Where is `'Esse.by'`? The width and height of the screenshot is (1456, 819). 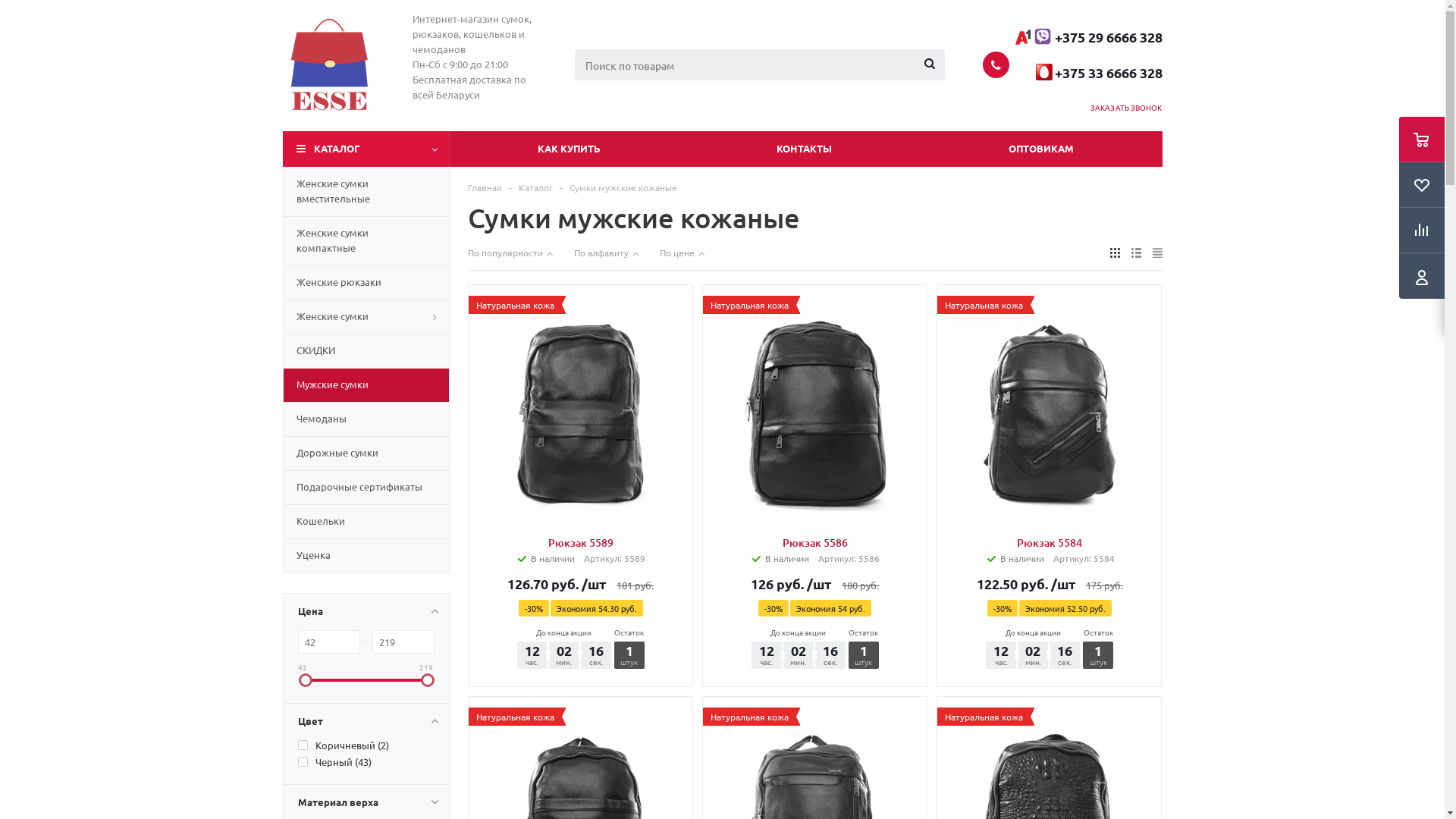
'Esse.by' is located at coordinates (327, 63).